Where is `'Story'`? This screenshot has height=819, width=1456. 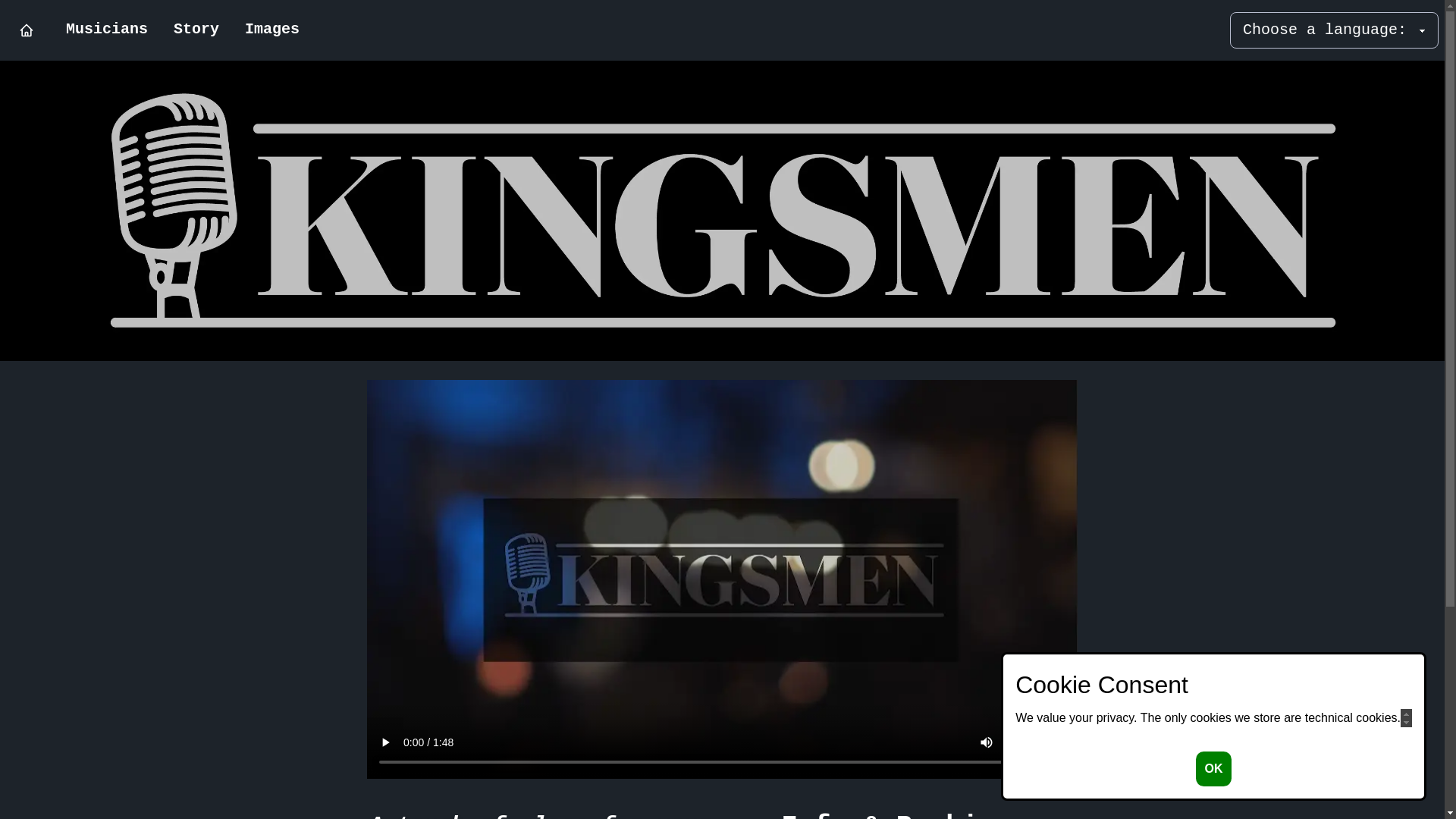
'Story' is located at coordinates (160, 30).